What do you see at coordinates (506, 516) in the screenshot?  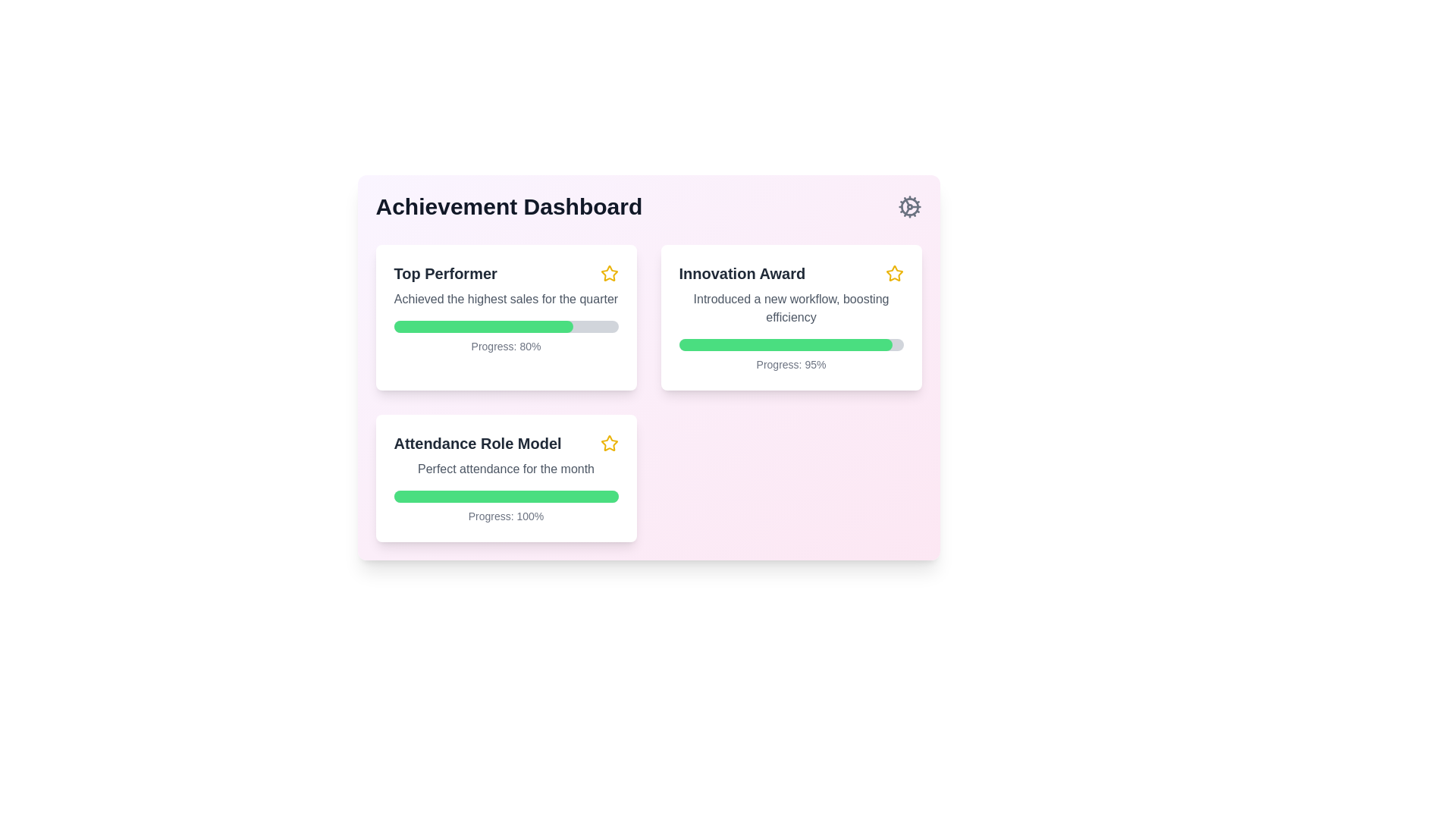 I see `the text displaying the completion status of the progress metric, which indicates it is at 100%, located below the green progress bar in the 'Attendance Role Model' card` at bounding box center [506, 516].